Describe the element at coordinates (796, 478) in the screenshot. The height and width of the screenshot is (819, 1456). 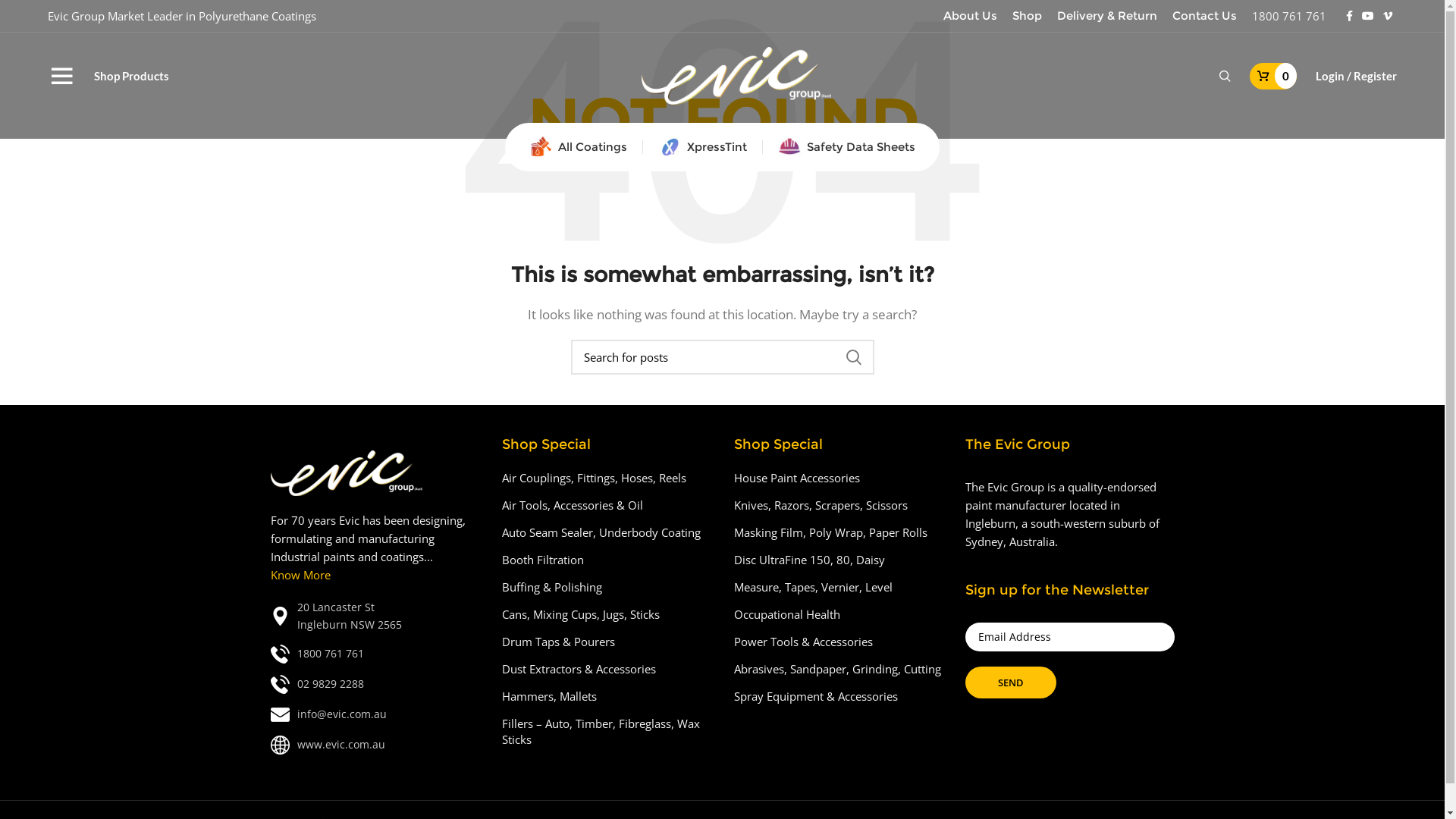
I see `'House Paint Accessories'` at that location.